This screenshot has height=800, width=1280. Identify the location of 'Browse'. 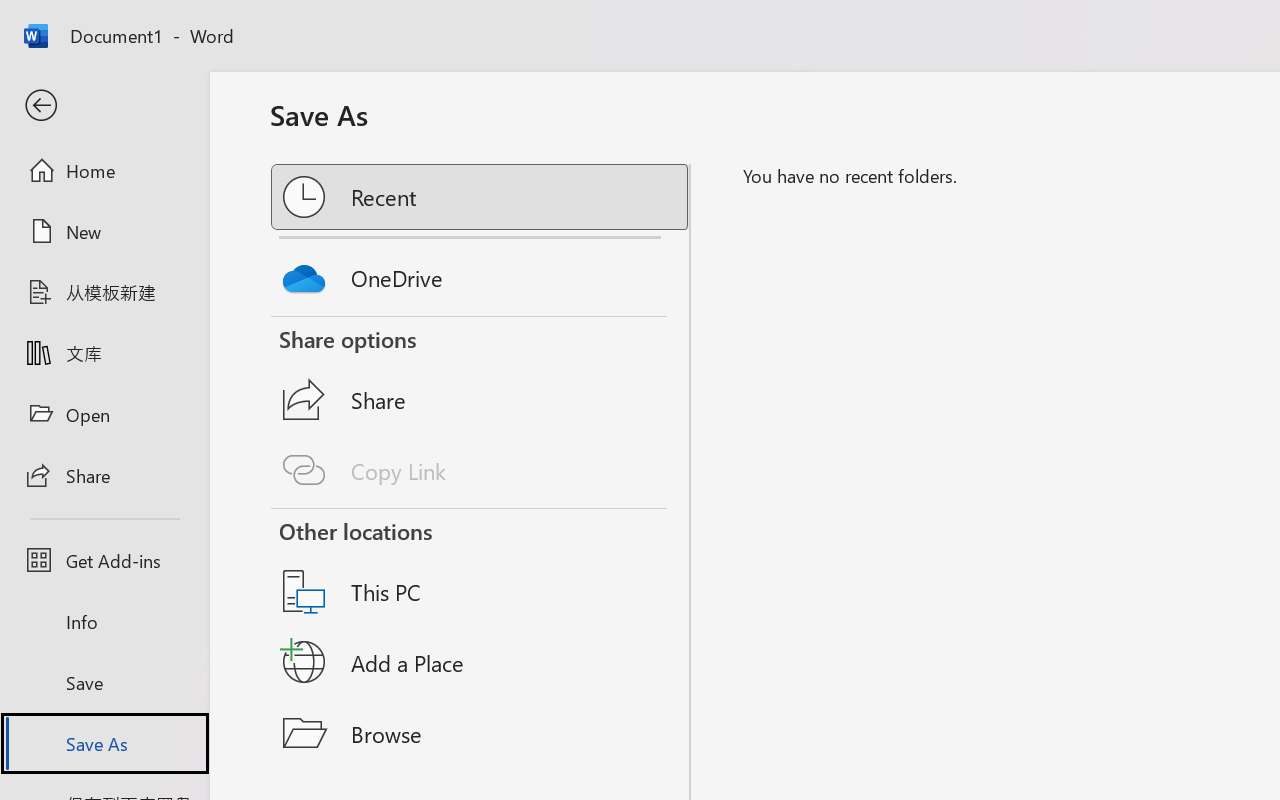
(481, 732).